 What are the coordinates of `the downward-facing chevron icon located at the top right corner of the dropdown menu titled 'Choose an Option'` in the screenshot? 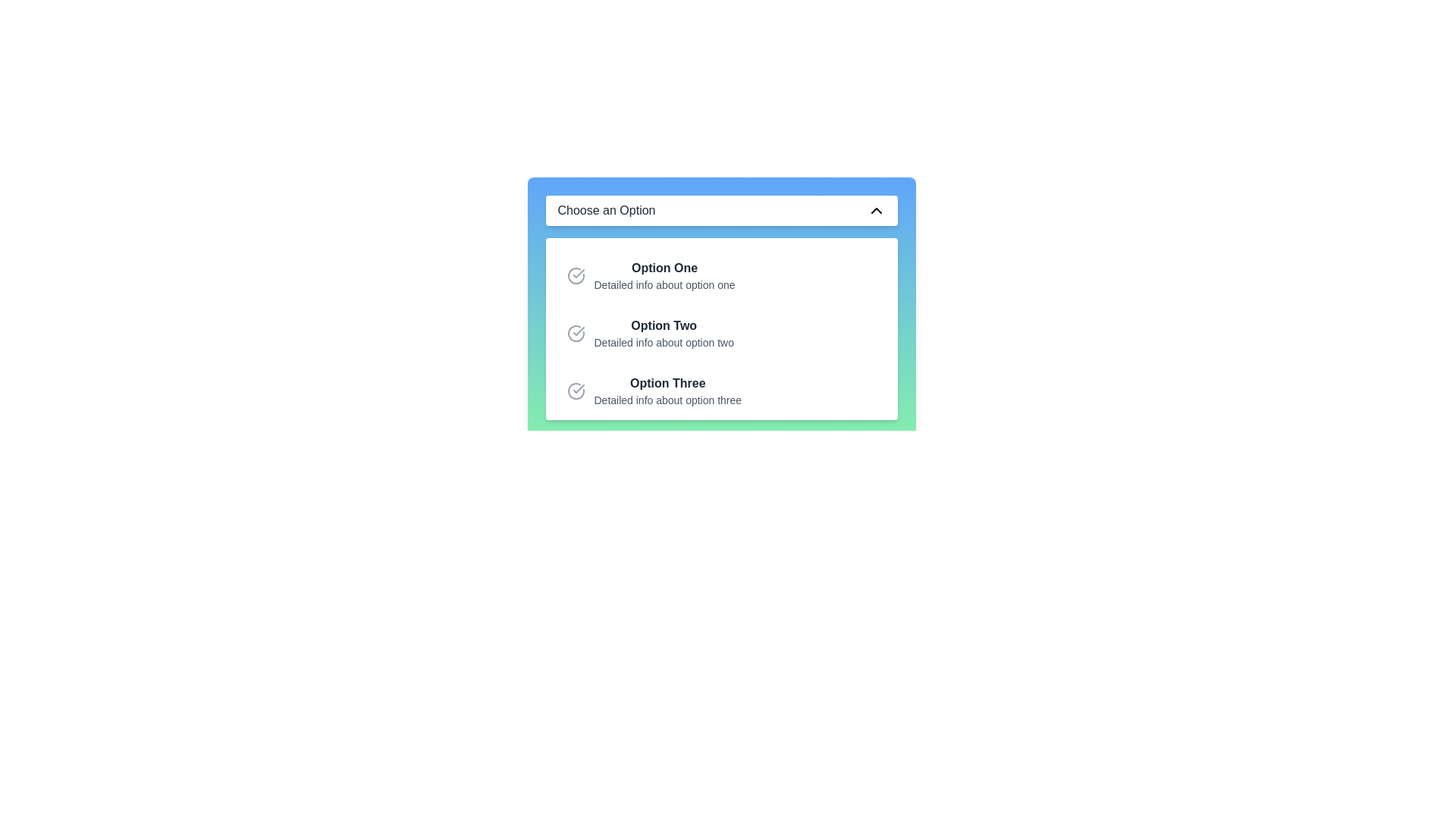 It's located at (876, 210).